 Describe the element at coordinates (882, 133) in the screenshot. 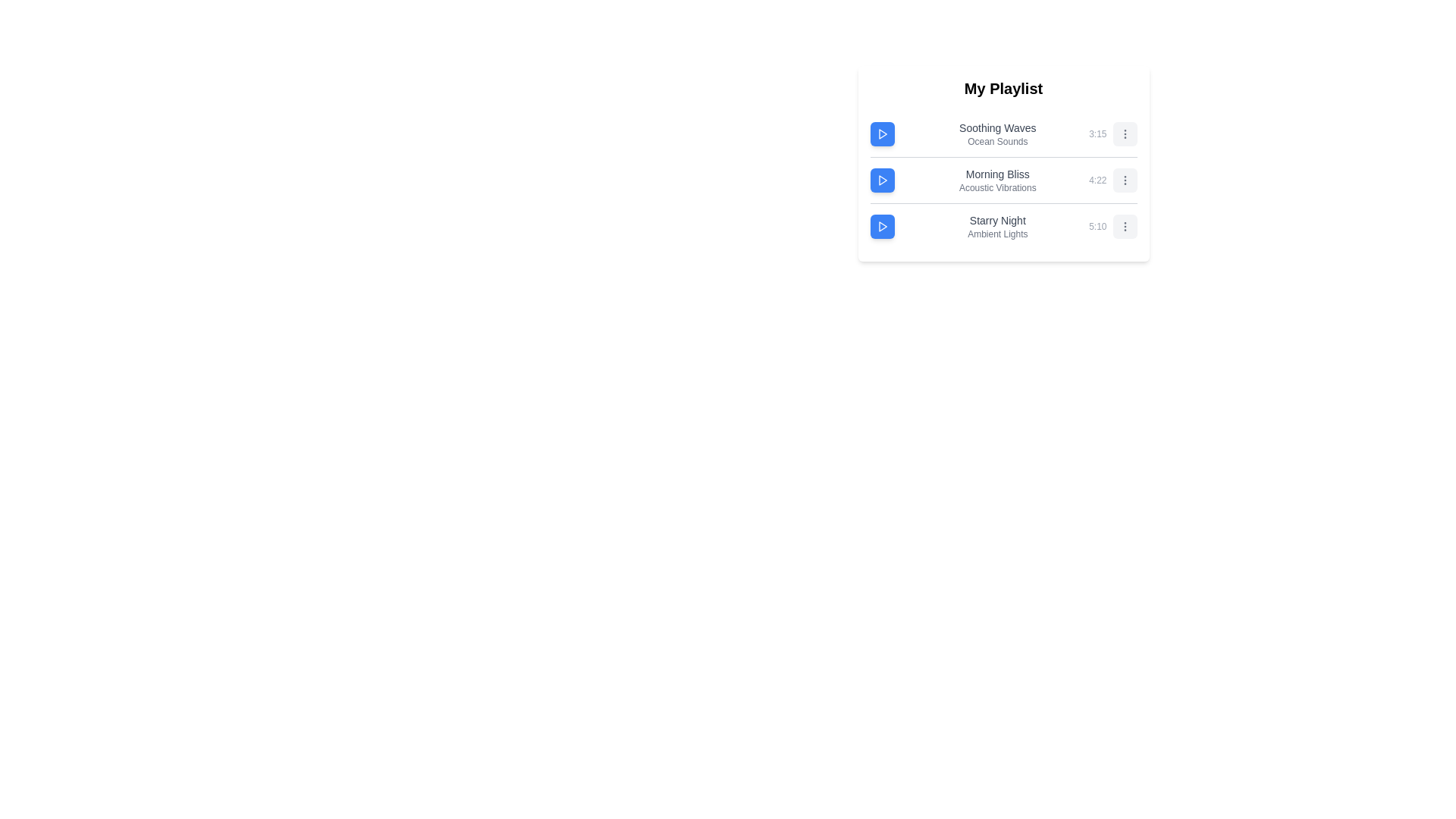

I see `the play icon located in the first row of the playlist, to the left of the text 'Soothing Waves - Ocean Sounds' to play the corresponding audio track` at that location.